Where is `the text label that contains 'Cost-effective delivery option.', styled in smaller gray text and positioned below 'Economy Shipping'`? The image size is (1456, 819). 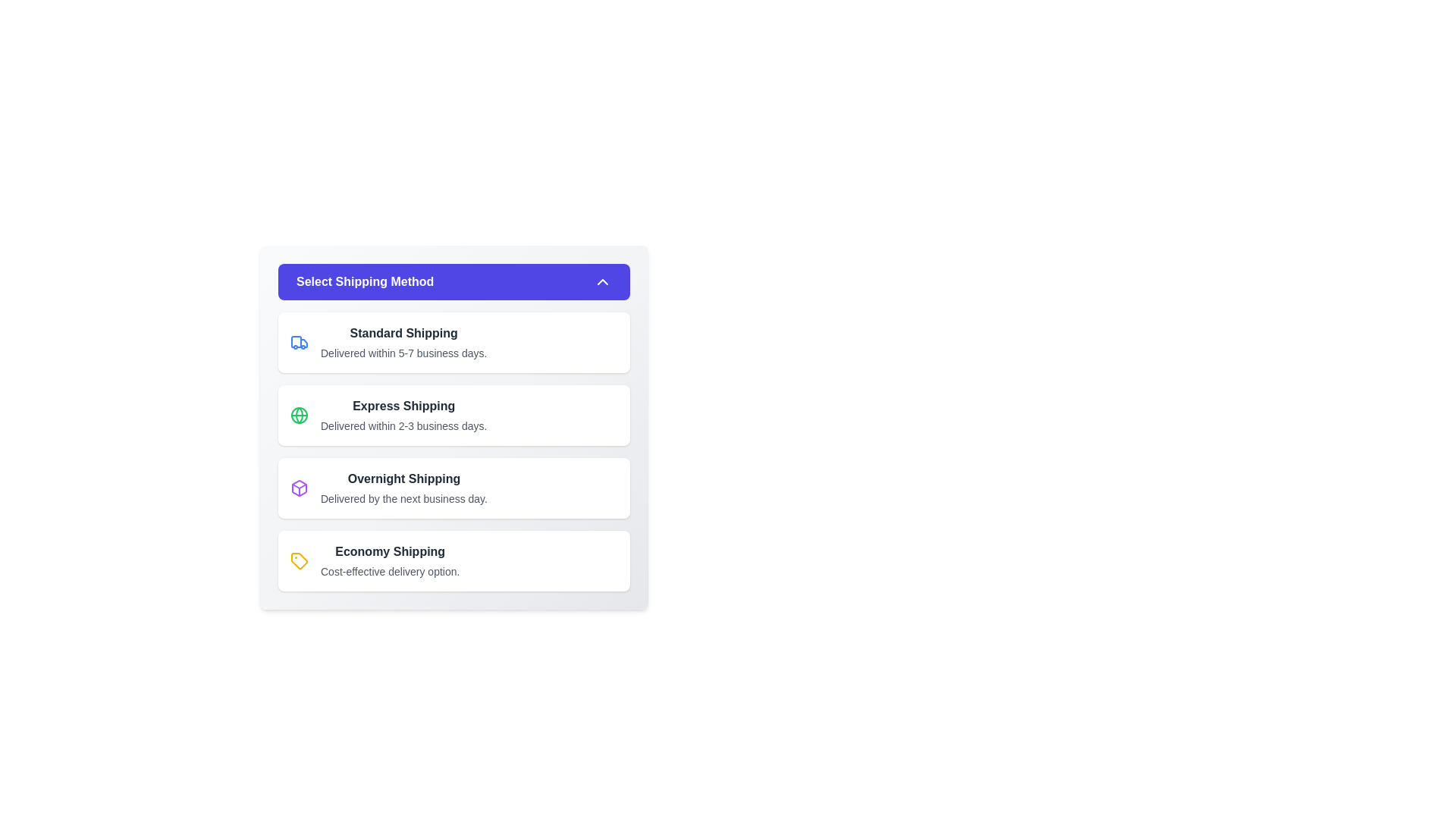 the text label that contains 'Cost-effective delivery option.', styled in smaller gray text and positioned below 'Economy Shipping' is located at coordinates (390, 571).